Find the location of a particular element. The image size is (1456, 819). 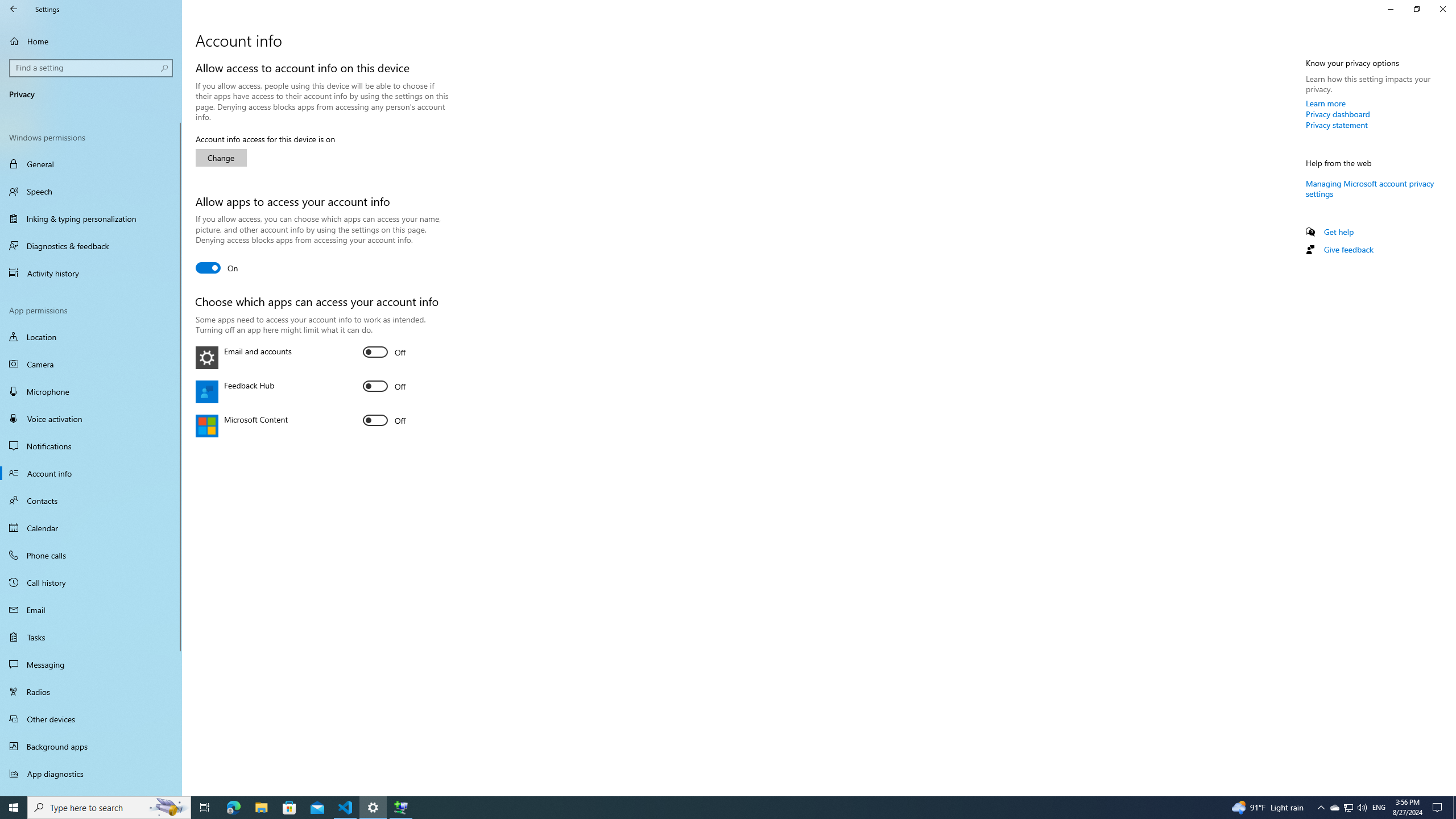

'Voice activation' is located at coordinates (90, 418).